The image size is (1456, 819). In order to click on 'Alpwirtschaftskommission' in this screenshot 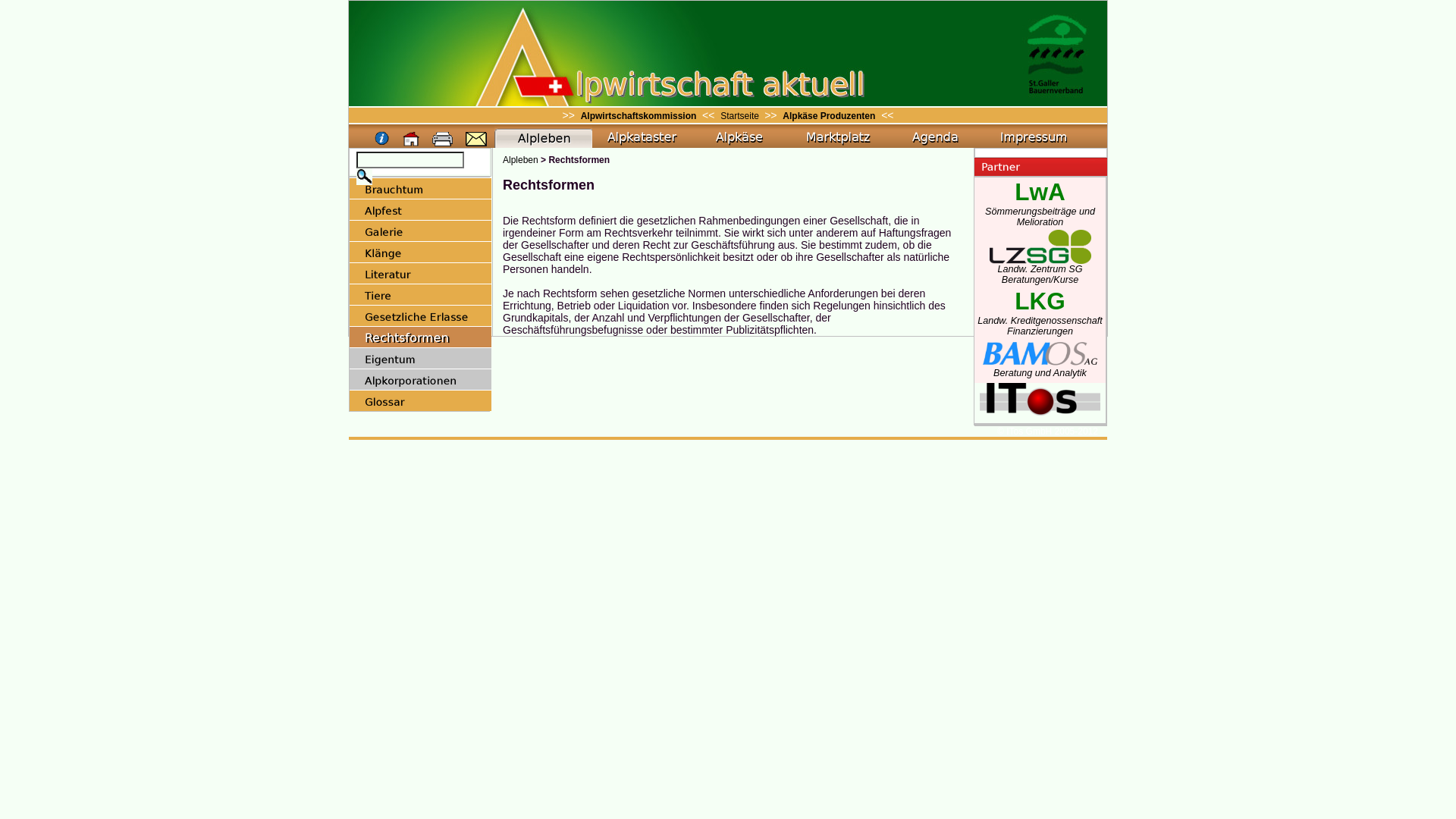, I will do `click(639, 115)`.